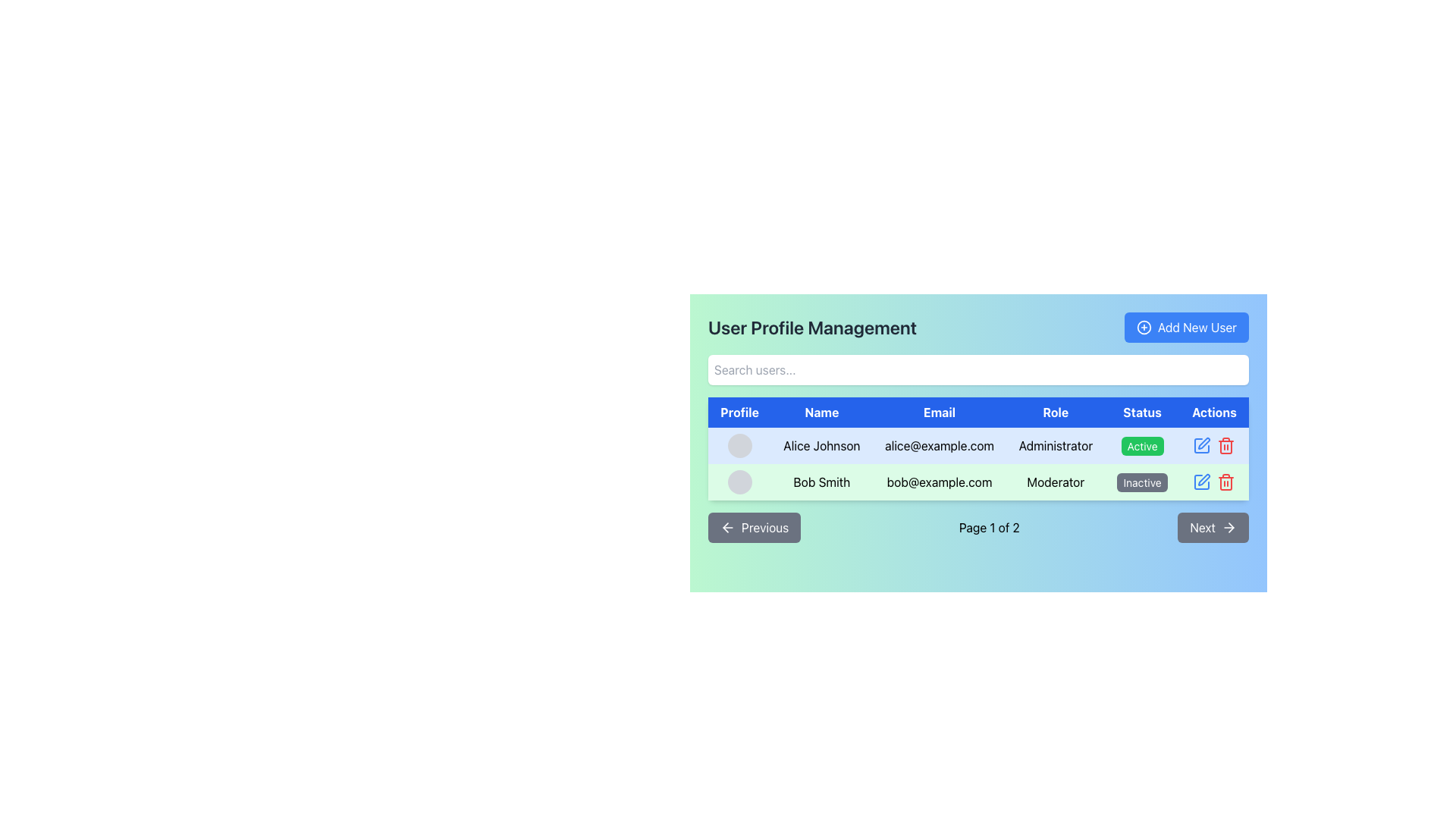  What do you see at coordinates (1055, 444) in the screenshot?
I see `the 'Administrator' text label in the fourth column of the first row in the data table, which is situated between the email entry 'alice@example.com' and the 'Status' column` at bounding box center [1055, 444].